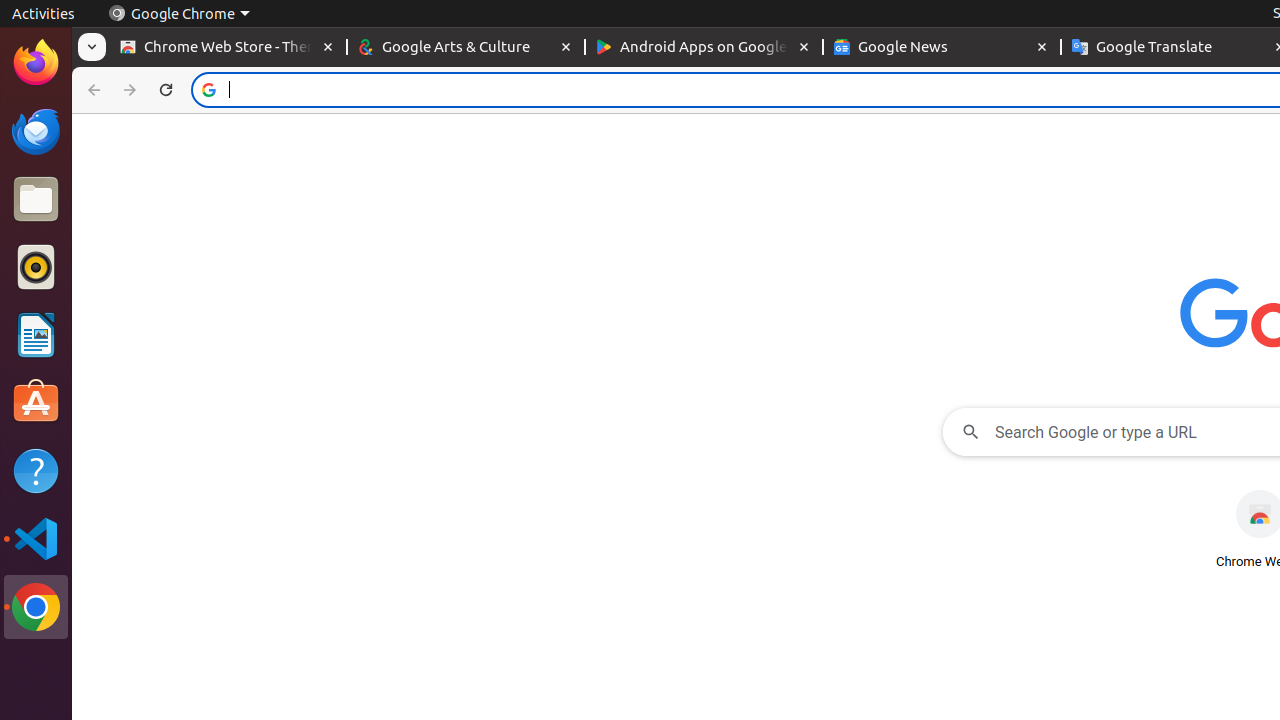 Image resolution: width=1280 pixels, height=720 pixels. Describe the element at coordinates (35, 265) in the screenshot. I see `'Rhythmbox'` at that location.